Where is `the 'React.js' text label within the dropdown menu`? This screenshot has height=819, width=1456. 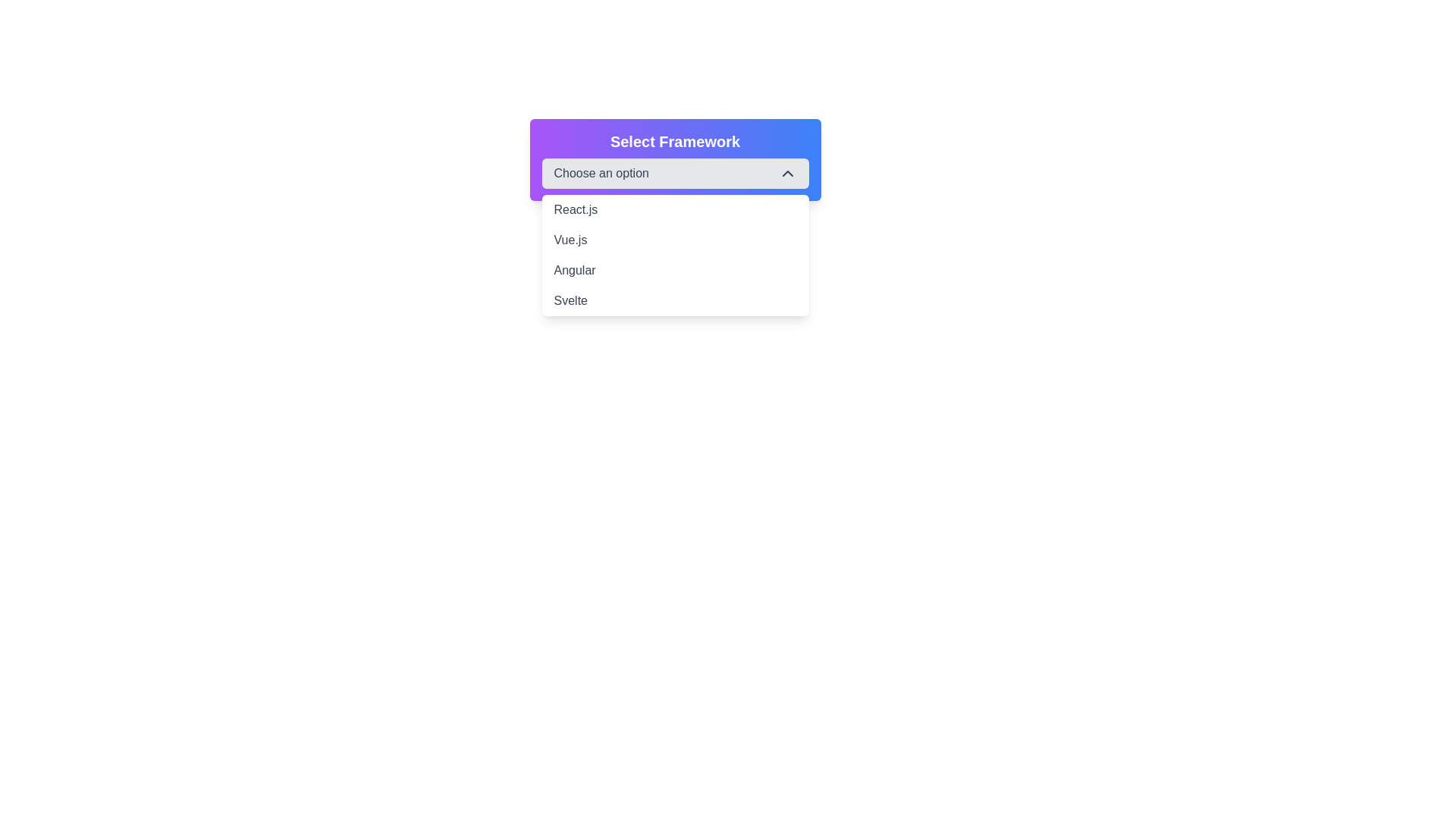
the 'React.js' text label within the dropdown menu is located at coordinates (575, 210).